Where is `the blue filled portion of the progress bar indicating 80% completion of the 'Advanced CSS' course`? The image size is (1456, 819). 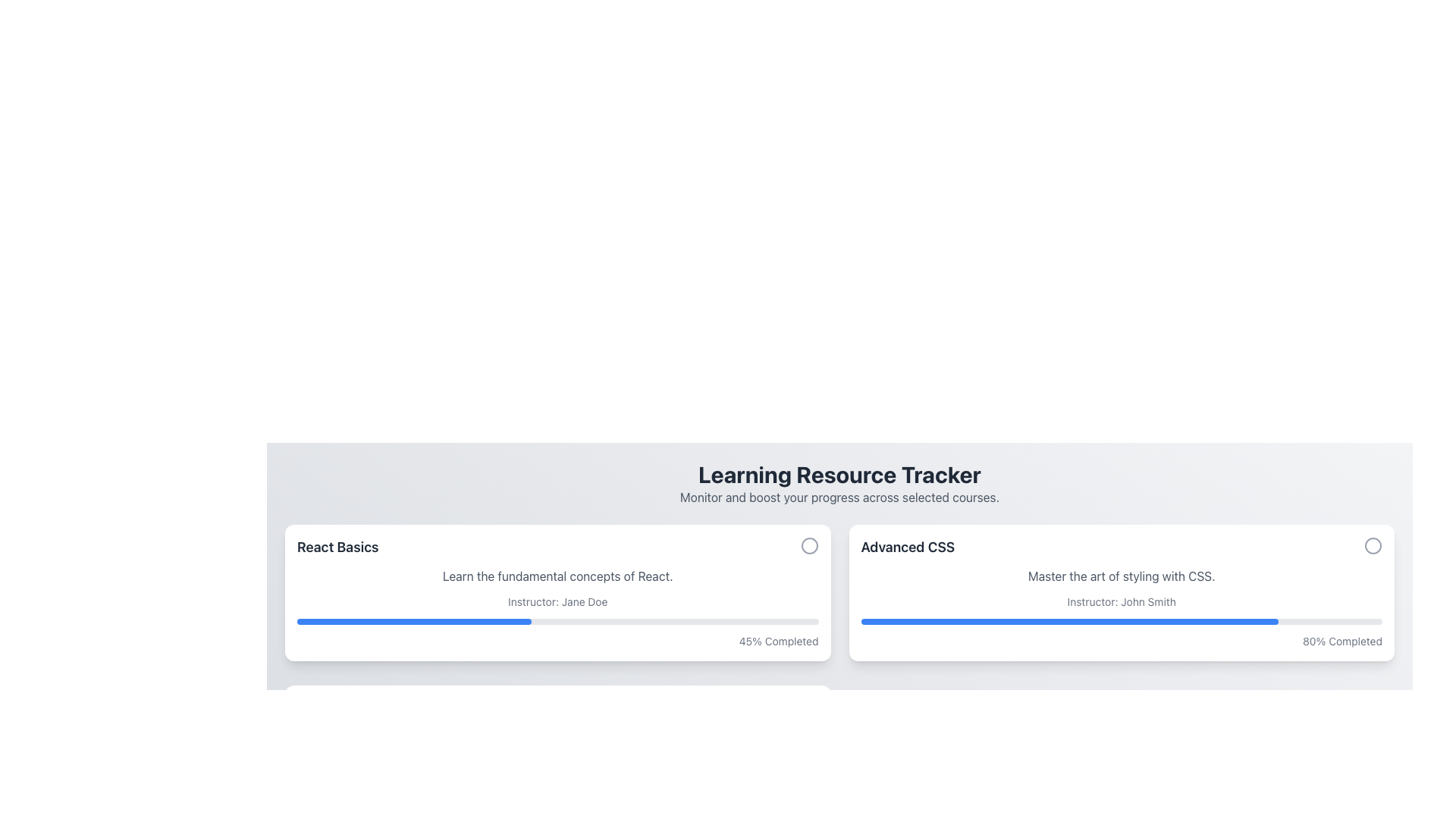 the blue filled portion of the progress bar indicating 80% completion of the 'Advanced CSS' course is located at coordinates (1068, 622).